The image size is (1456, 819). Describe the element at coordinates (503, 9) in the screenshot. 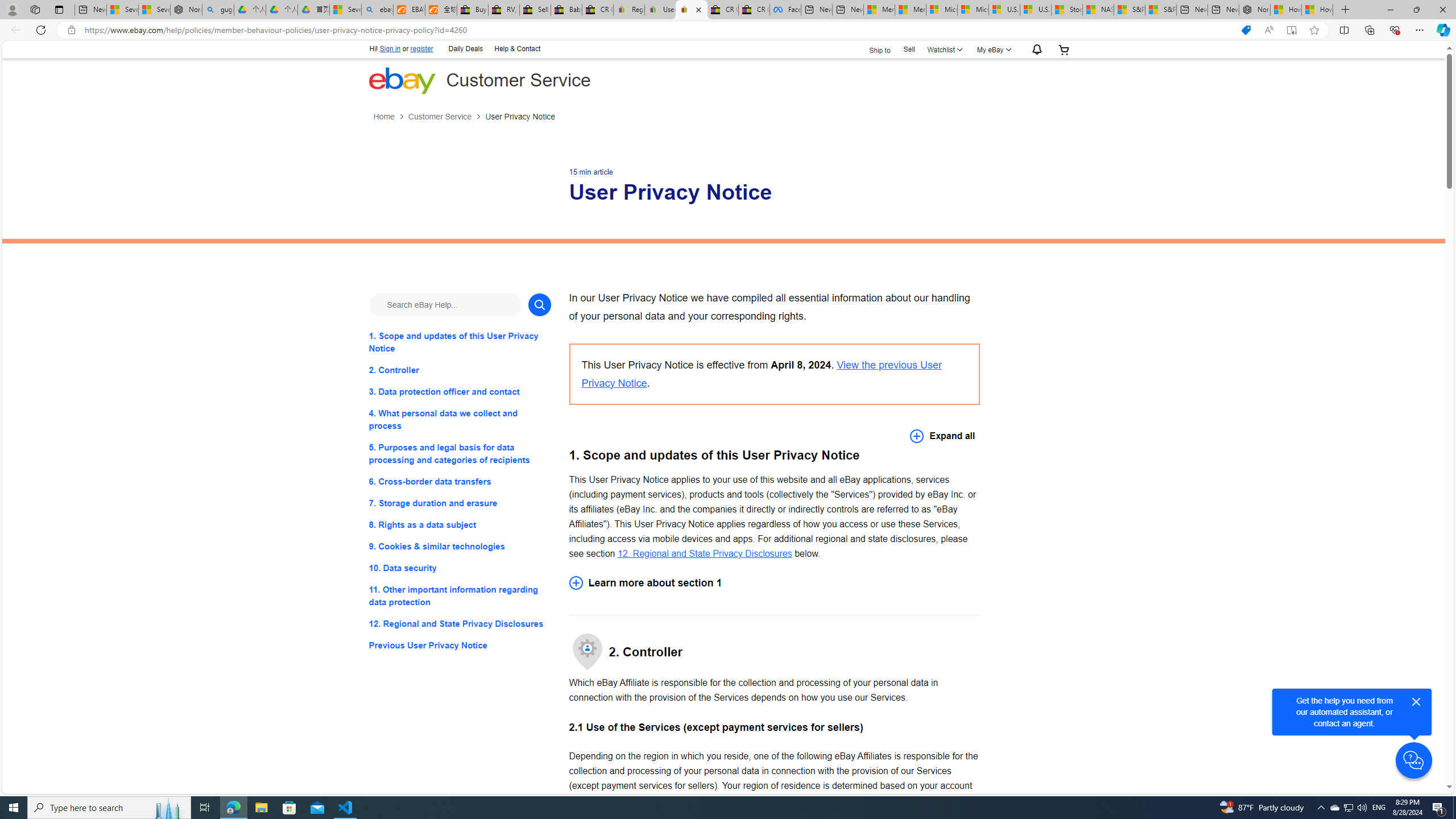

I see `'RV, Trailer & Camper Steps & Ladders for sale | eBay'` at that location.